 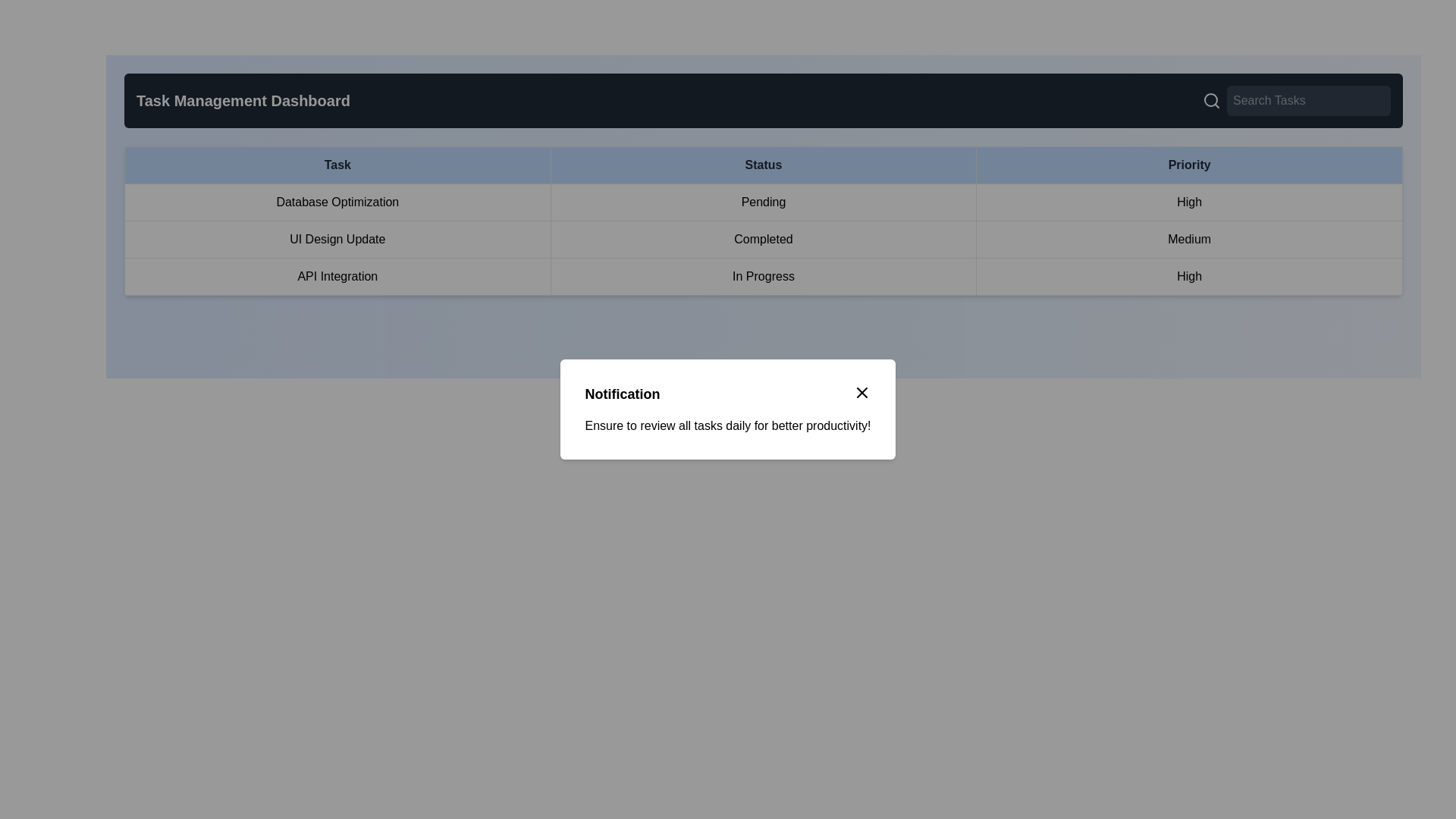 I want to click on the text label 'High' in the 'Priority' column of the task row labeled 'API Integration', which is displayed in bold and has a light grey background, so click(x=1188, y=277).